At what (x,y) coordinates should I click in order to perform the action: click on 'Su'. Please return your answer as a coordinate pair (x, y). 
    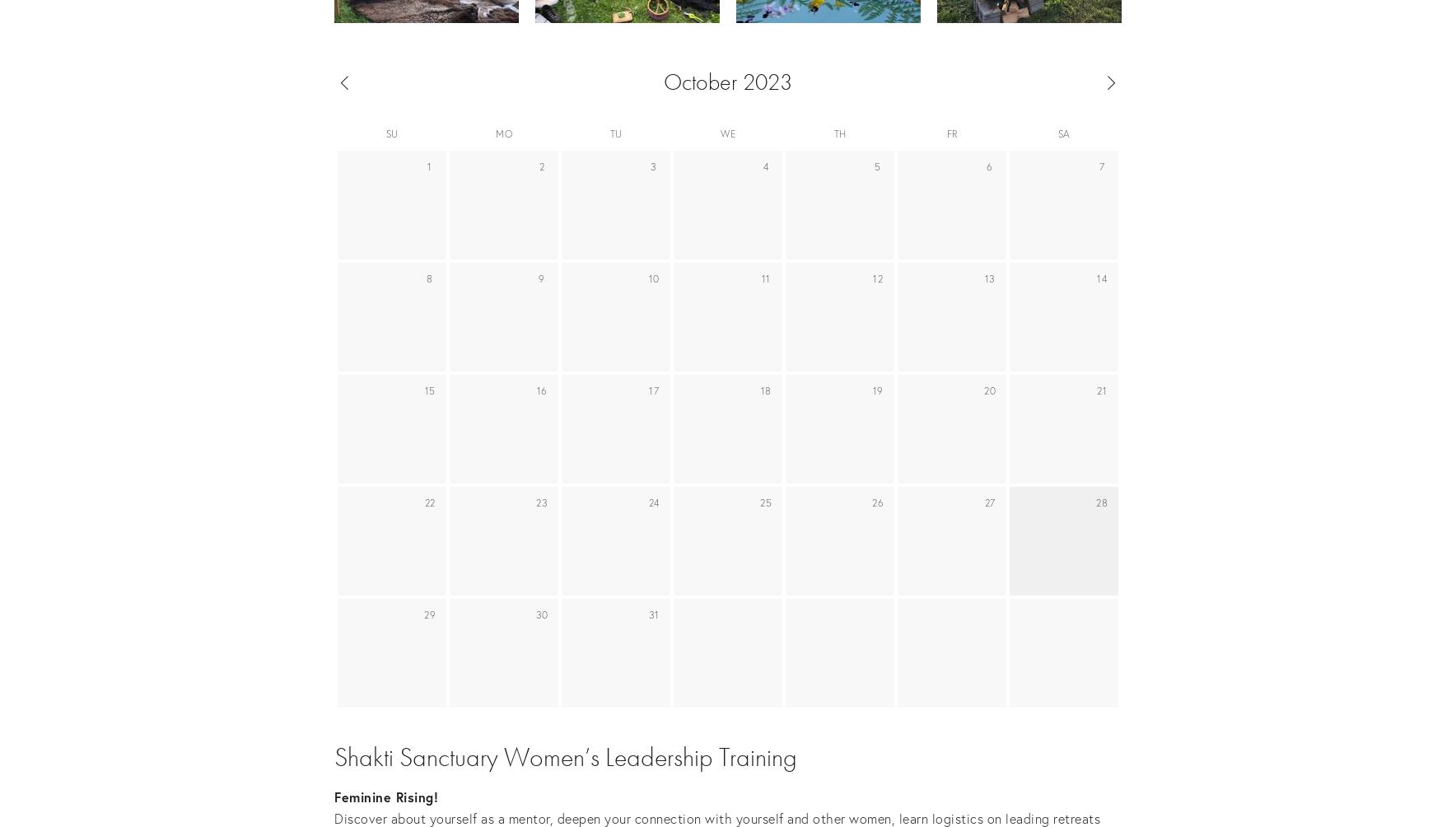
    Looking at the image, I should click on (384, 133).